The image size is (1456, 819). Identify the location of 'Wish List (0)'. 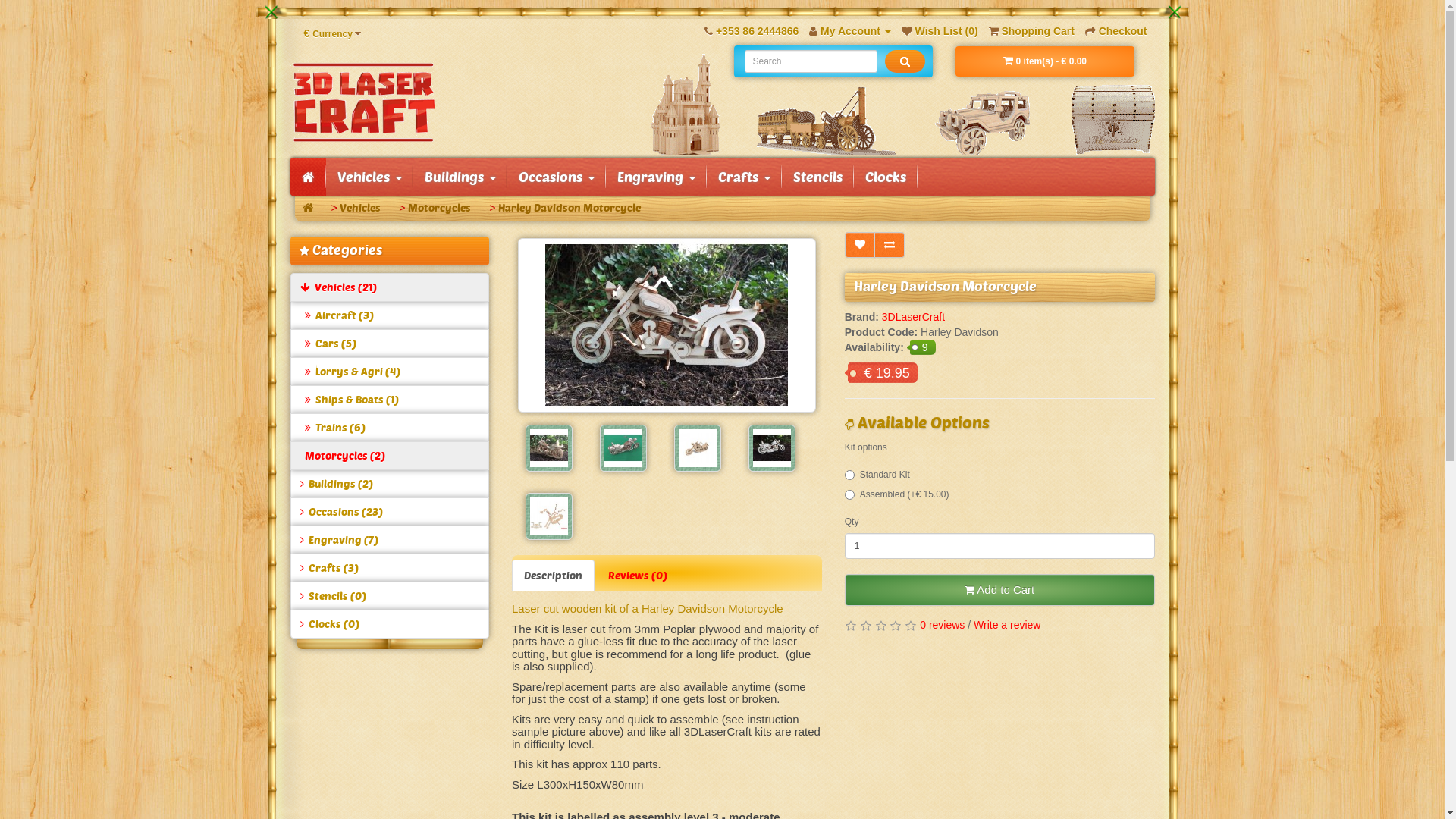
(939, 31).